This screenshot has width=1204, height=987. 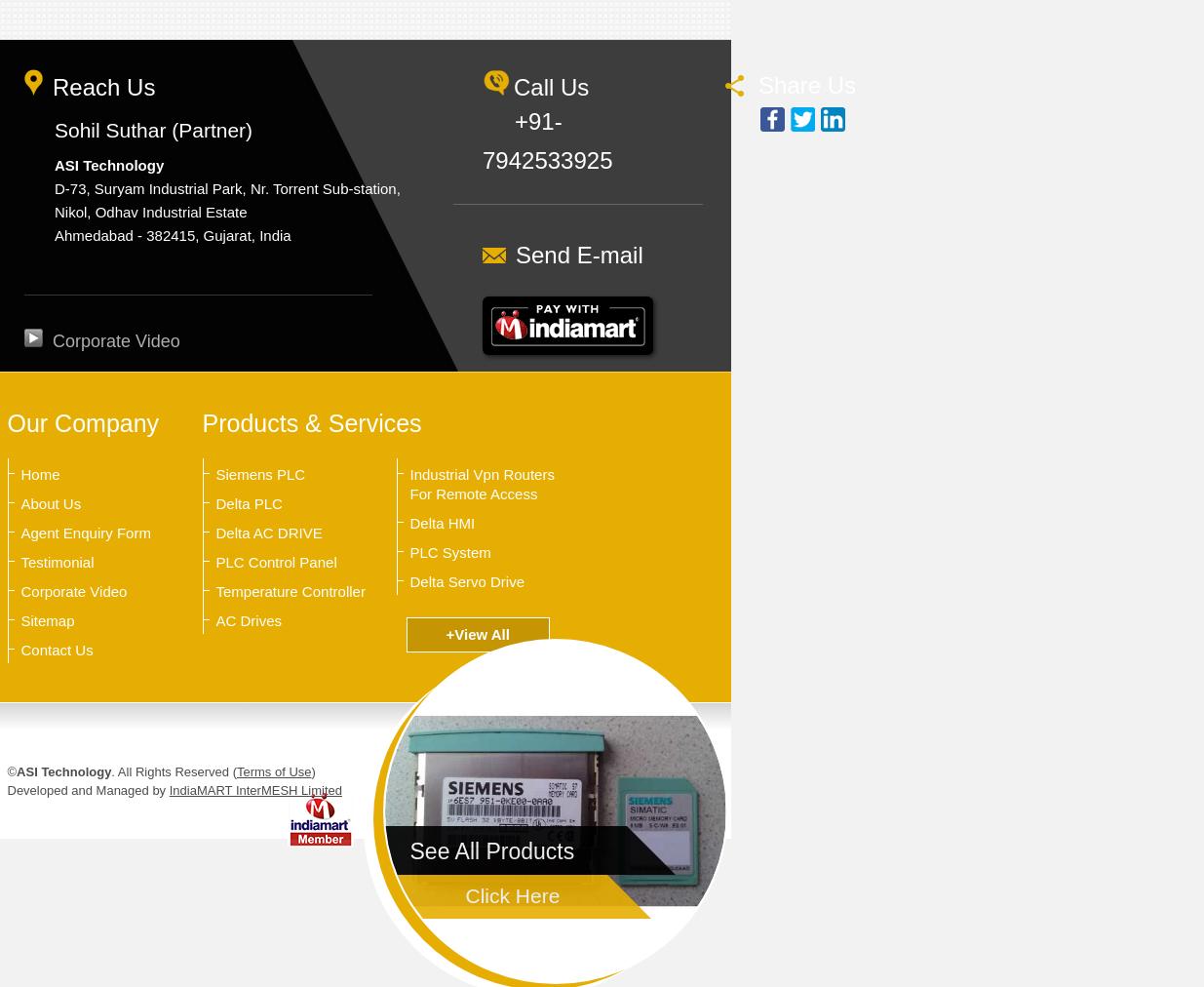 What do you see at coordinates (311, 770) in the screenshot?
I see `')'` at bounding box center [311, 770].